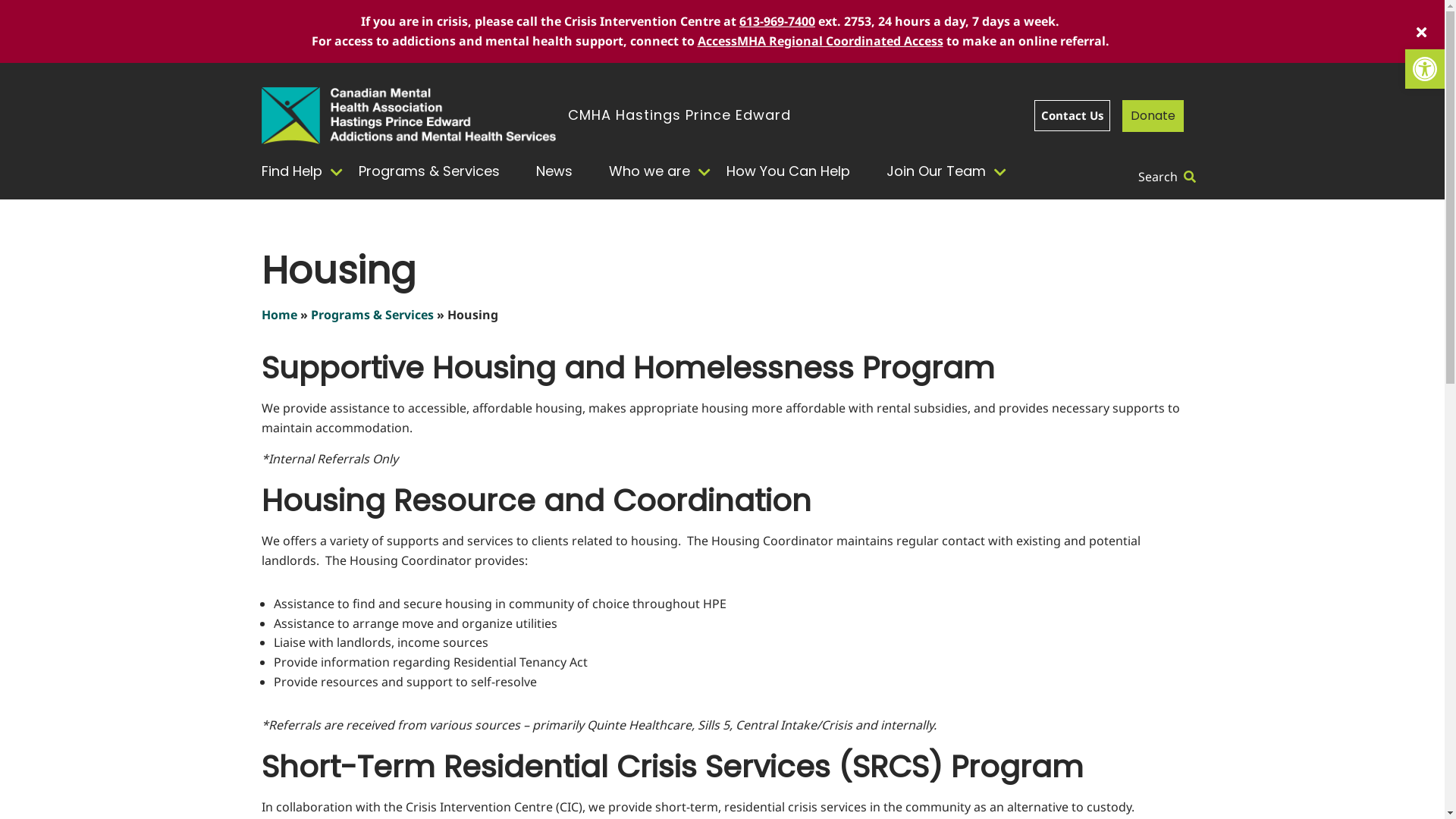  Describe the element at coordinates (261, 171) in the screenshot. I see `'Find Help'` at that location.